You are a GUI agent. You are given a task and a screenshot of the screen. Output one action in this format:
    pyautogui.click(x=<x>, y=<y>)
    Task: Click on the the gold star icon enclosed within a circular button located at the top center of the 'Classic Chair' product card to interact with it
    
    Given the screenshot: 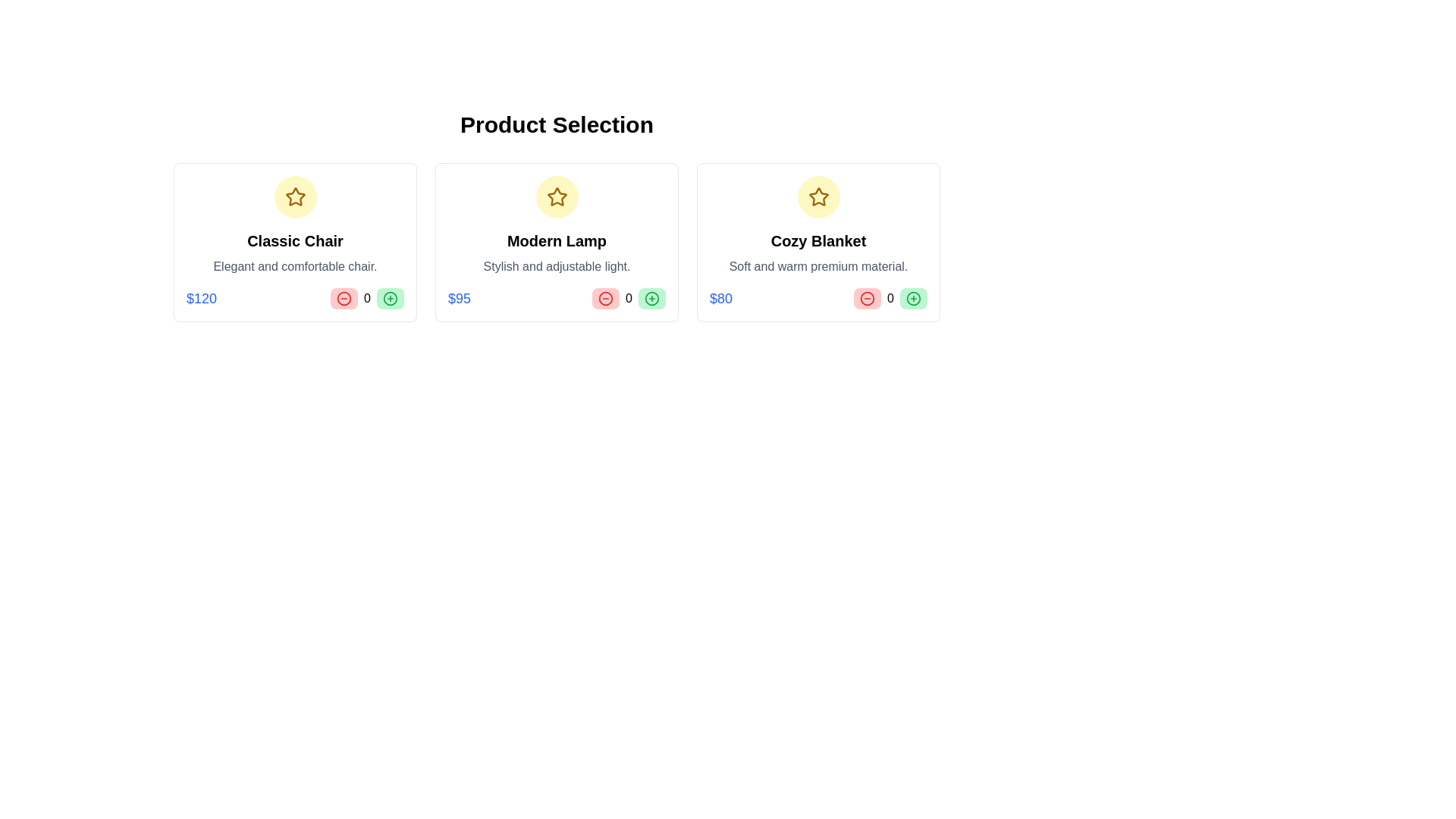 What is the action you would take?
    pyautogui.click(x=295, y=196)
    